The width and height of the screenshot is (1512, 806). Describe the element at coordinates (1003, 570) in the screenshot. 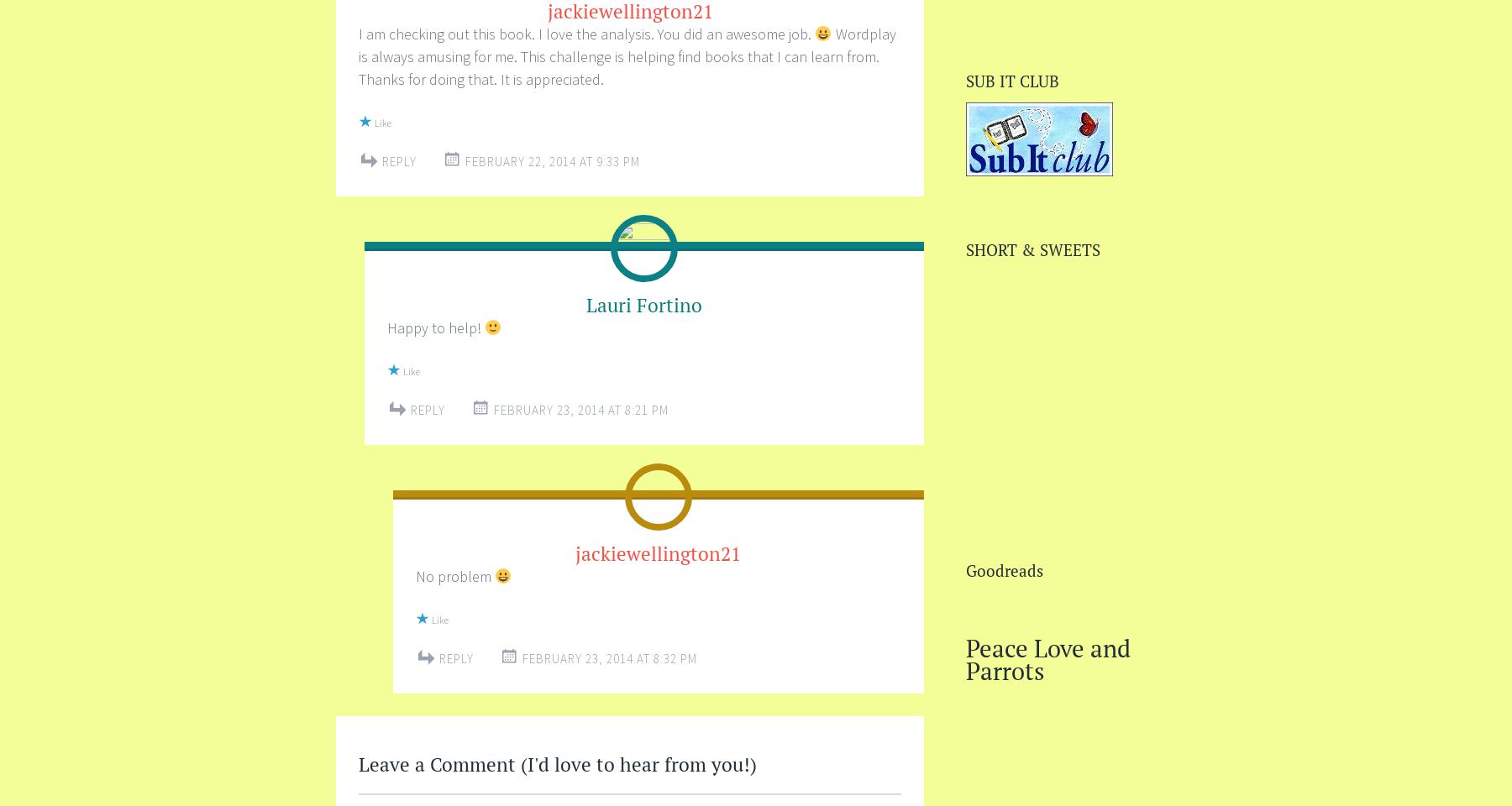

I see `'Goodreads'` at that location.